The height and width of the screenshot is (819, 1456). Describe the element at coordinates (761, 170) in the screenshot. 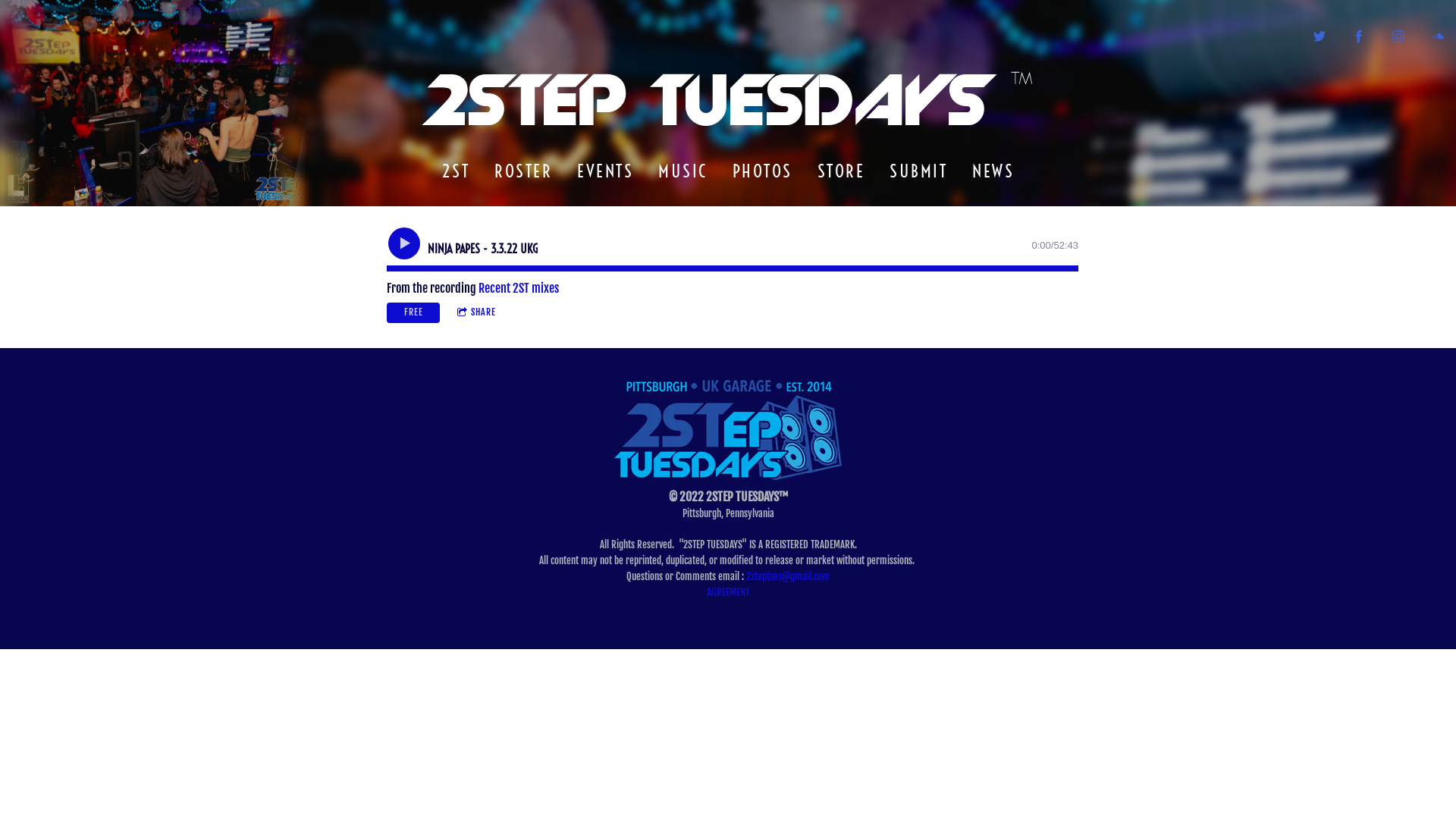

I see `'PHOTOS'` at that location.